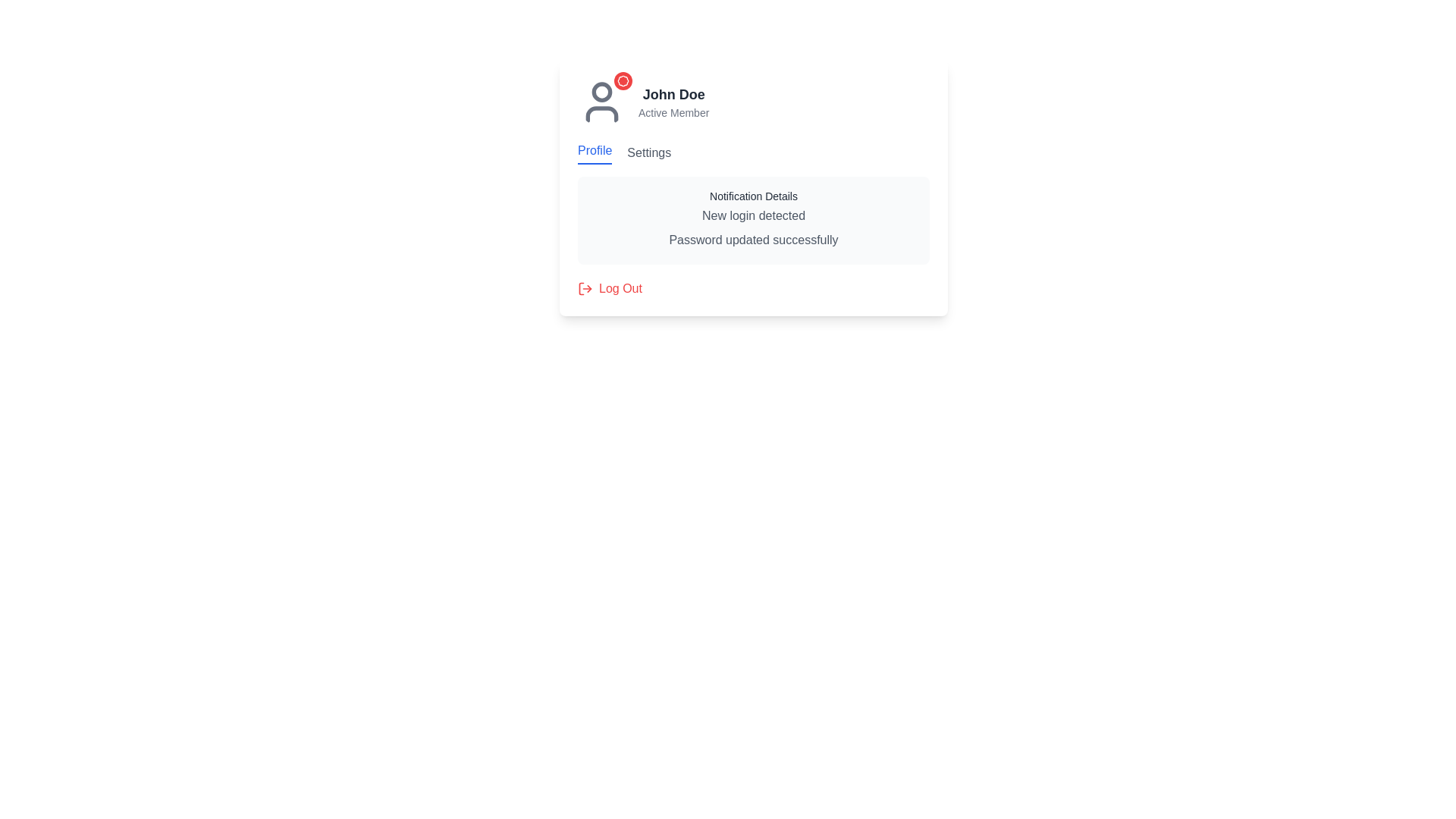 This screenshot has width=1456, height=819. Describe the element at coordinates (673, 102) in the screenshot. I see `the text display component featuring the title 'John Doe' and subtitle 'Active Member', located in the upper-right section of the interface` at that location.